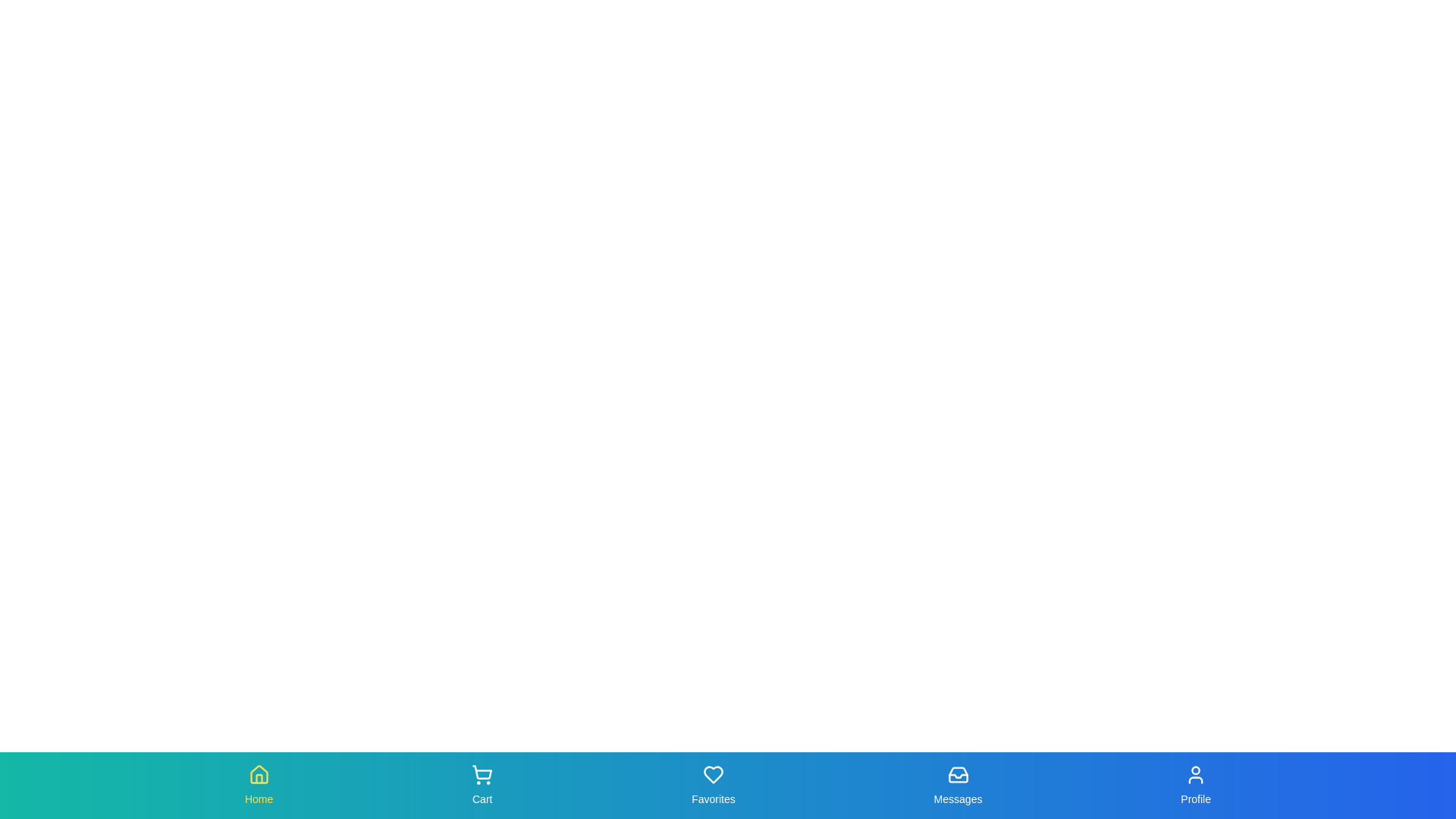  Describe the element at coordinates (259, 785) in the screenshot. I see `the tab labeled Home to view the scale effect` at that location.